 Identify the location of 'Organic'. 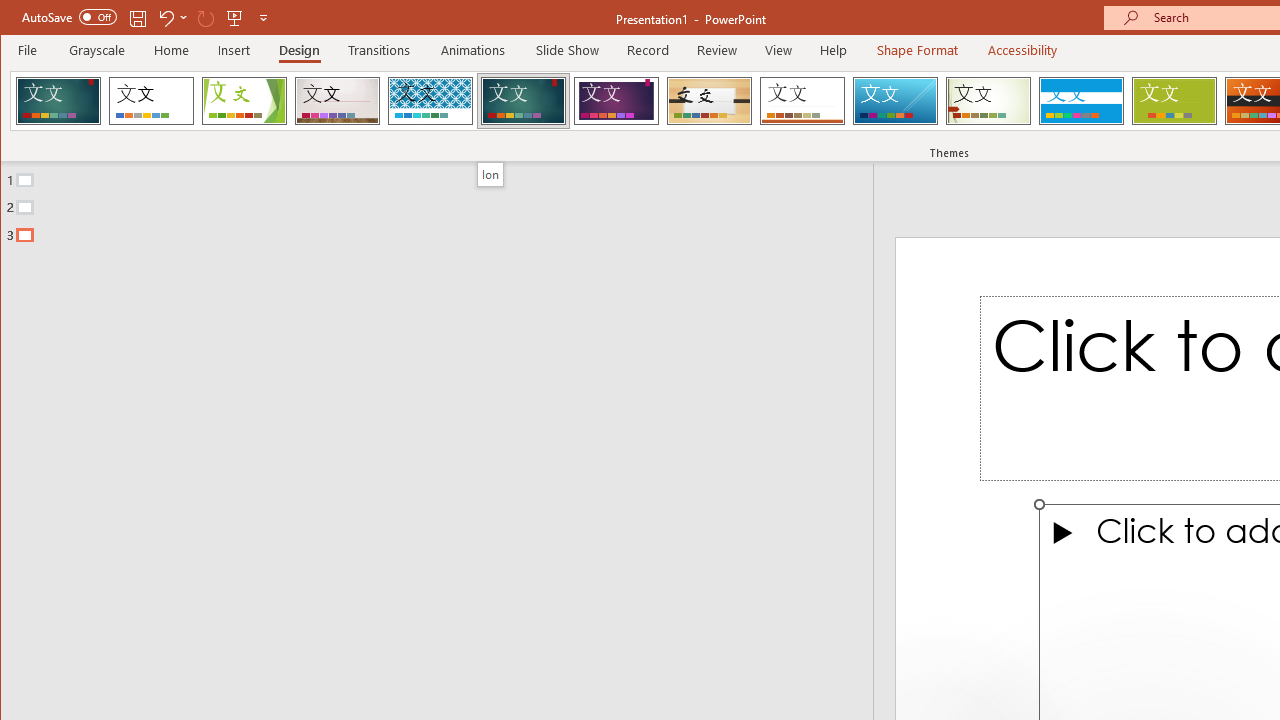
(709, 100).